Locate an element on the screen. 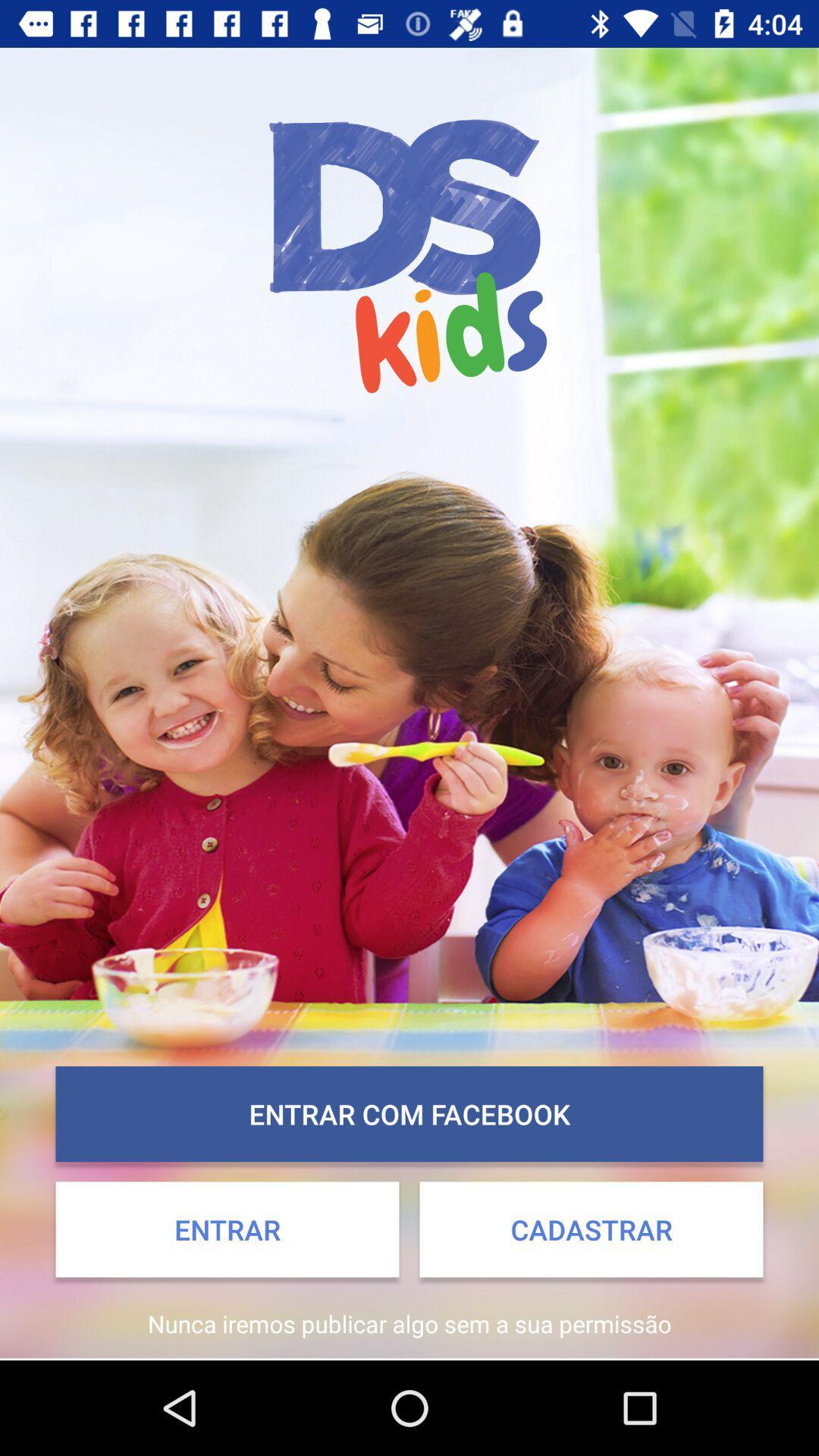 The image size is (819, 1456). the cadastrar item is located at coordinates (590, 1229).